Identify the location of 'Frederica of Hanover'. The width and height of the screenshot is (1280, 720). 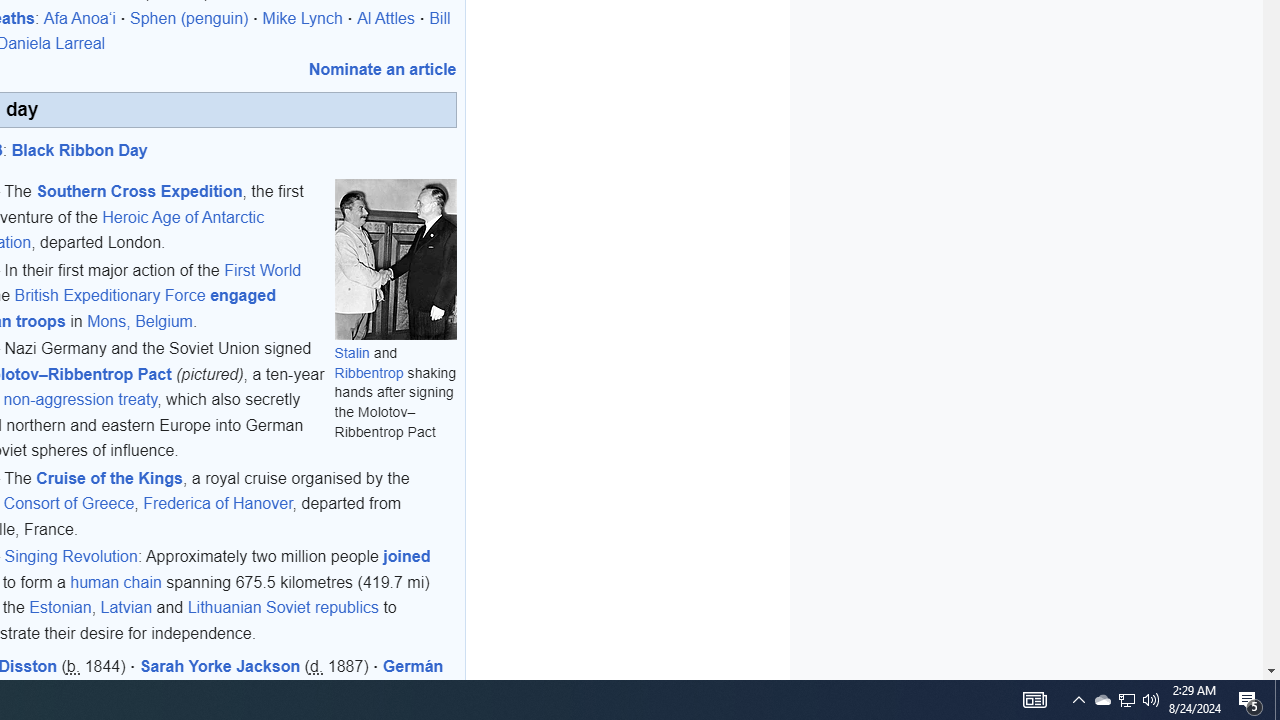
(218, 502).